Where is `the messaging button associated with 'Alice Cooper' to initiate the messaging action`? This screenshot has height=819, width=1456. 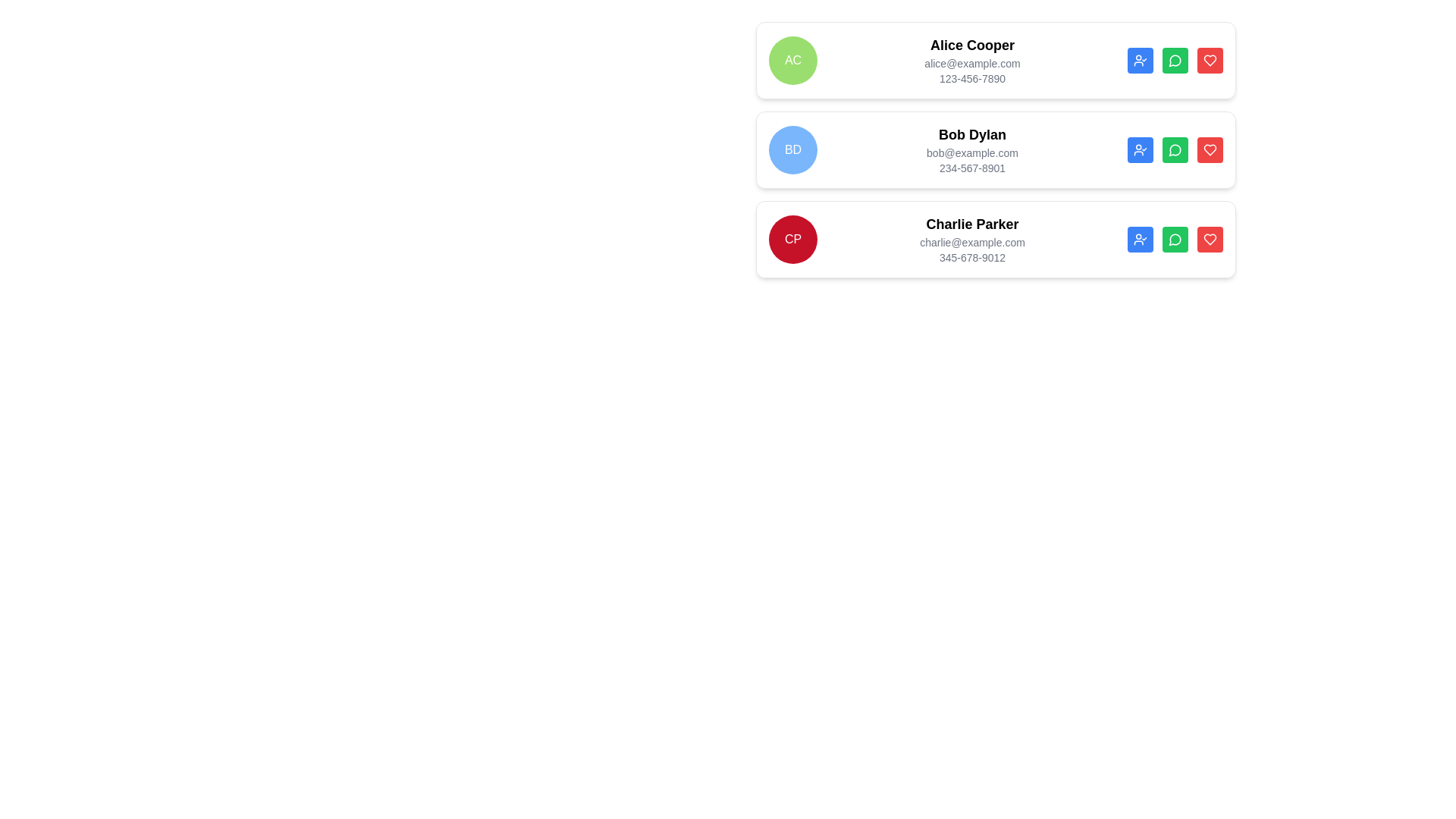
the messaging button associated with 'Alice Cooper' to initiate the messaging action is located at coordinates (1175, 60).